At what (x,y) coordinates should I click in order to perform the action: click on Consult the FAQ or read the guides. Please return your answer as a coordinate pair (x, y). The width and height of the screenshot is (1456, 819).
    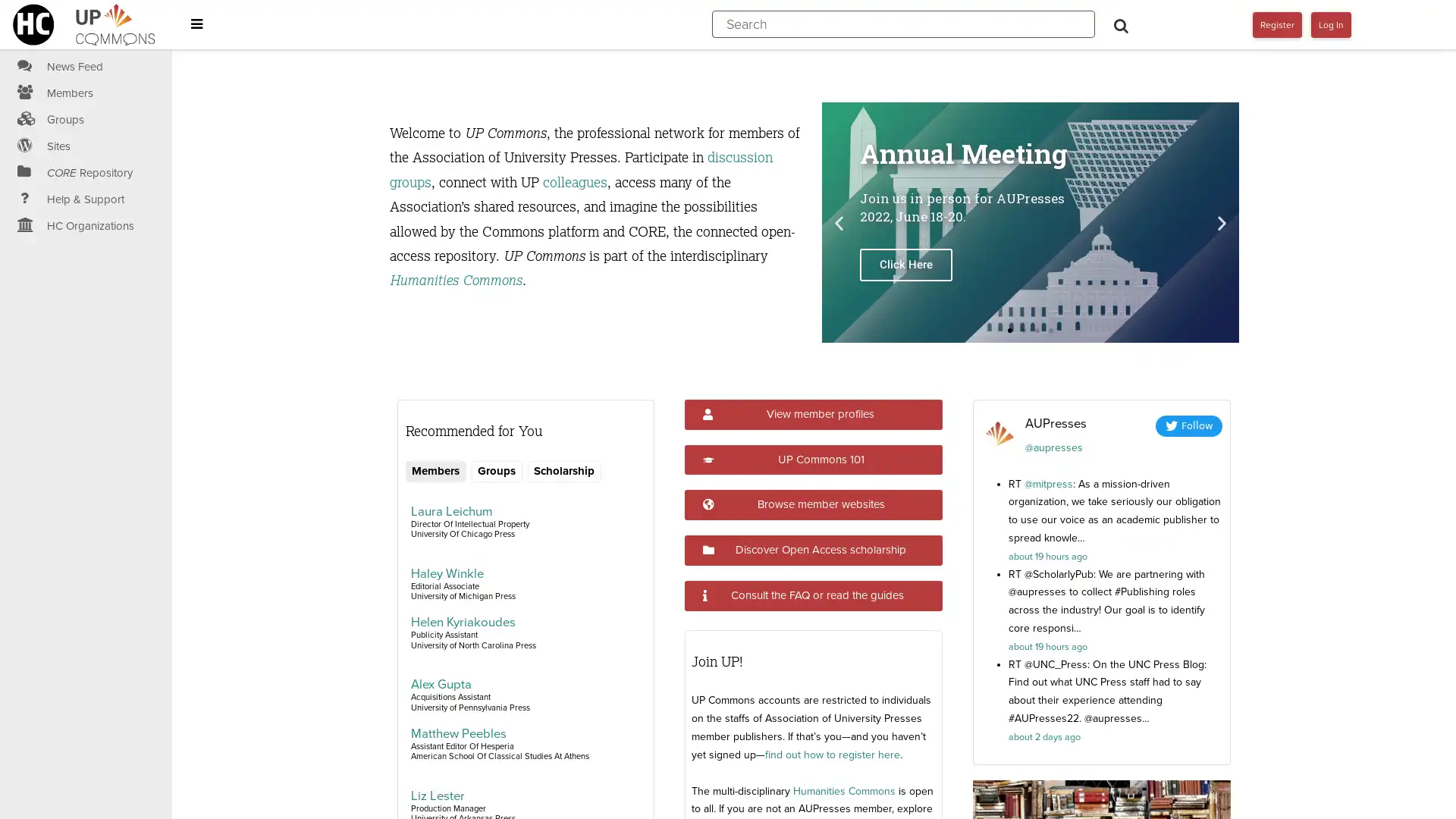
    Looking at the image, I should click on (813, 595).